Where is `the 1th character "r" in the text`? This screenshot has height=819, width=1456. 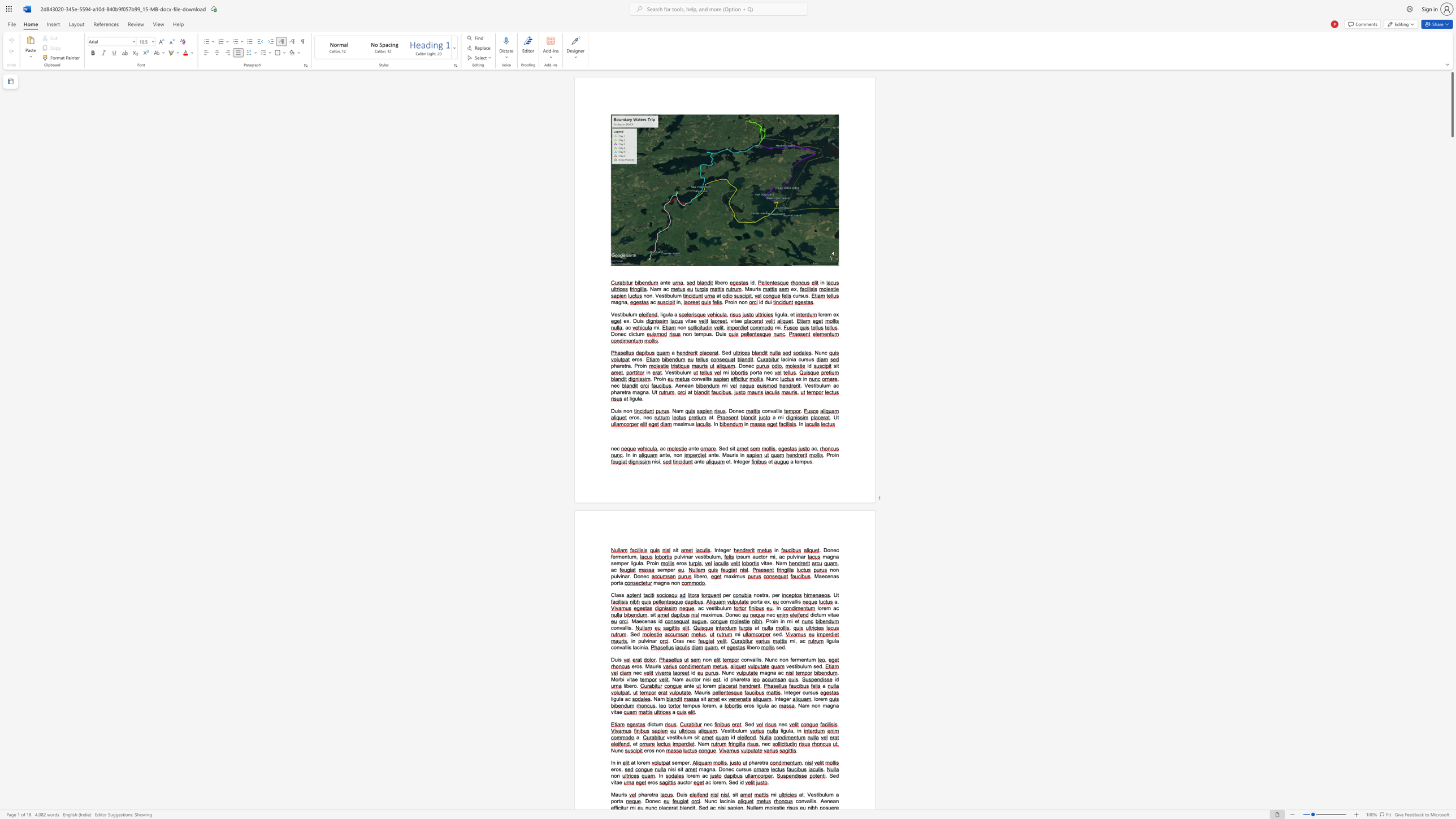 the 1th character "r" in the text is located at coordinates (764, 594).